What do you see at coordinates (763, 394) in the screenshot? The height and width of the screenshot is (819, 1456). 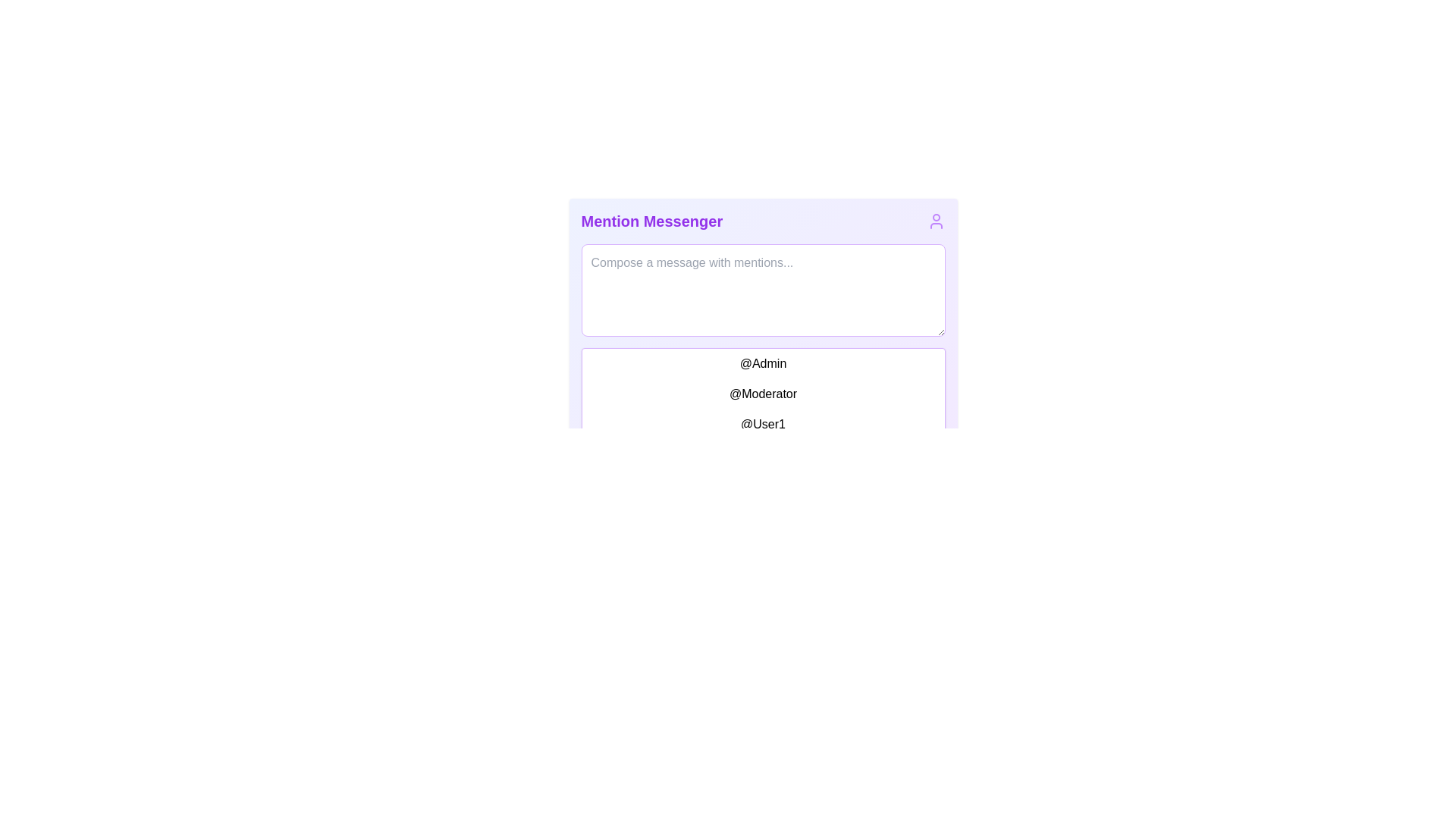 I see `the selectable user mention element that is the second in the list beneath the input box, following '@Admin' and preceding '@User1'` at bounding box center [763, 394].